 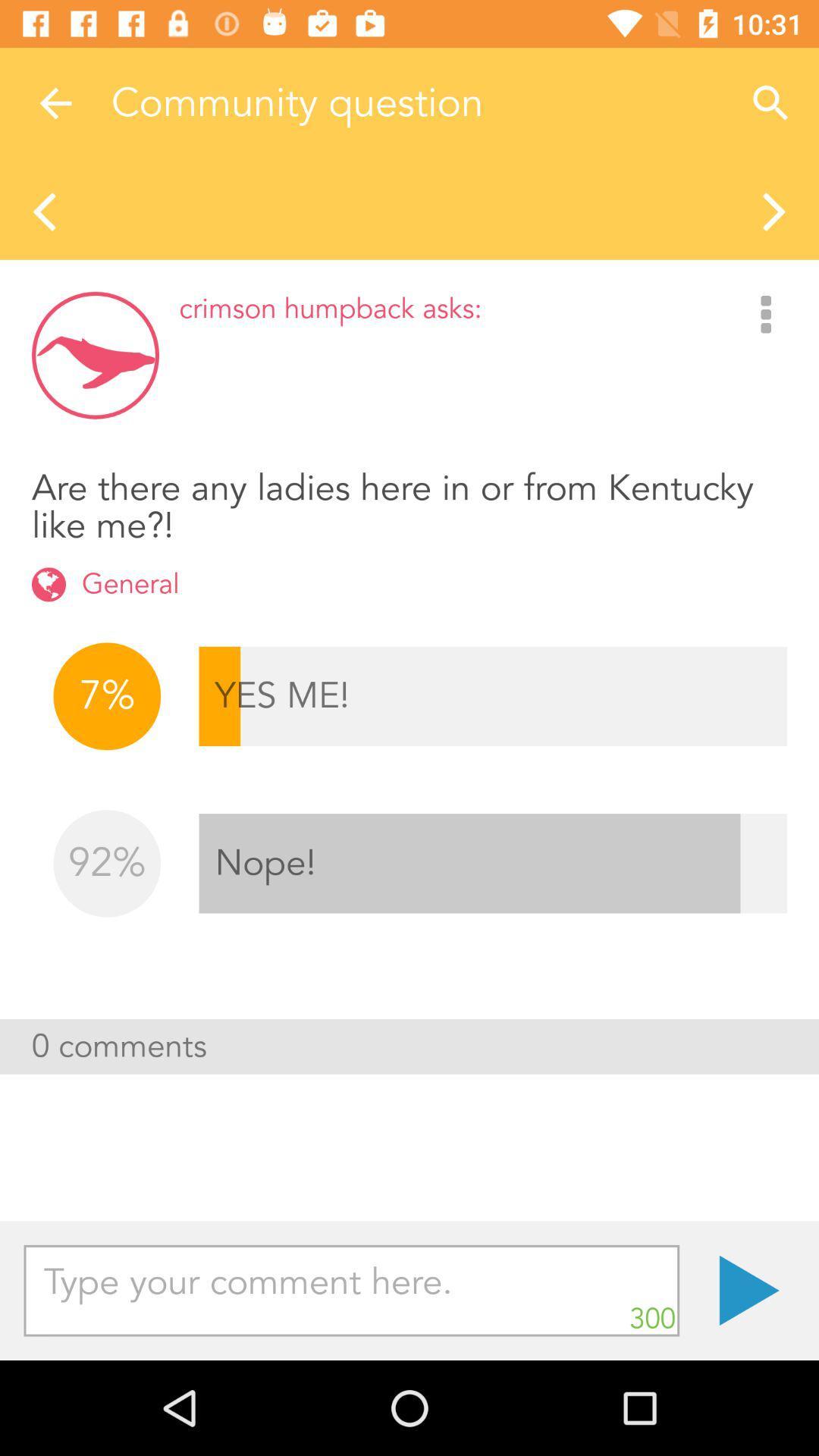 What do you see at coordinates (748, 1290) in the screenshot?
I see `icon below the 0 comments item` at bounding box center [748, 1290].